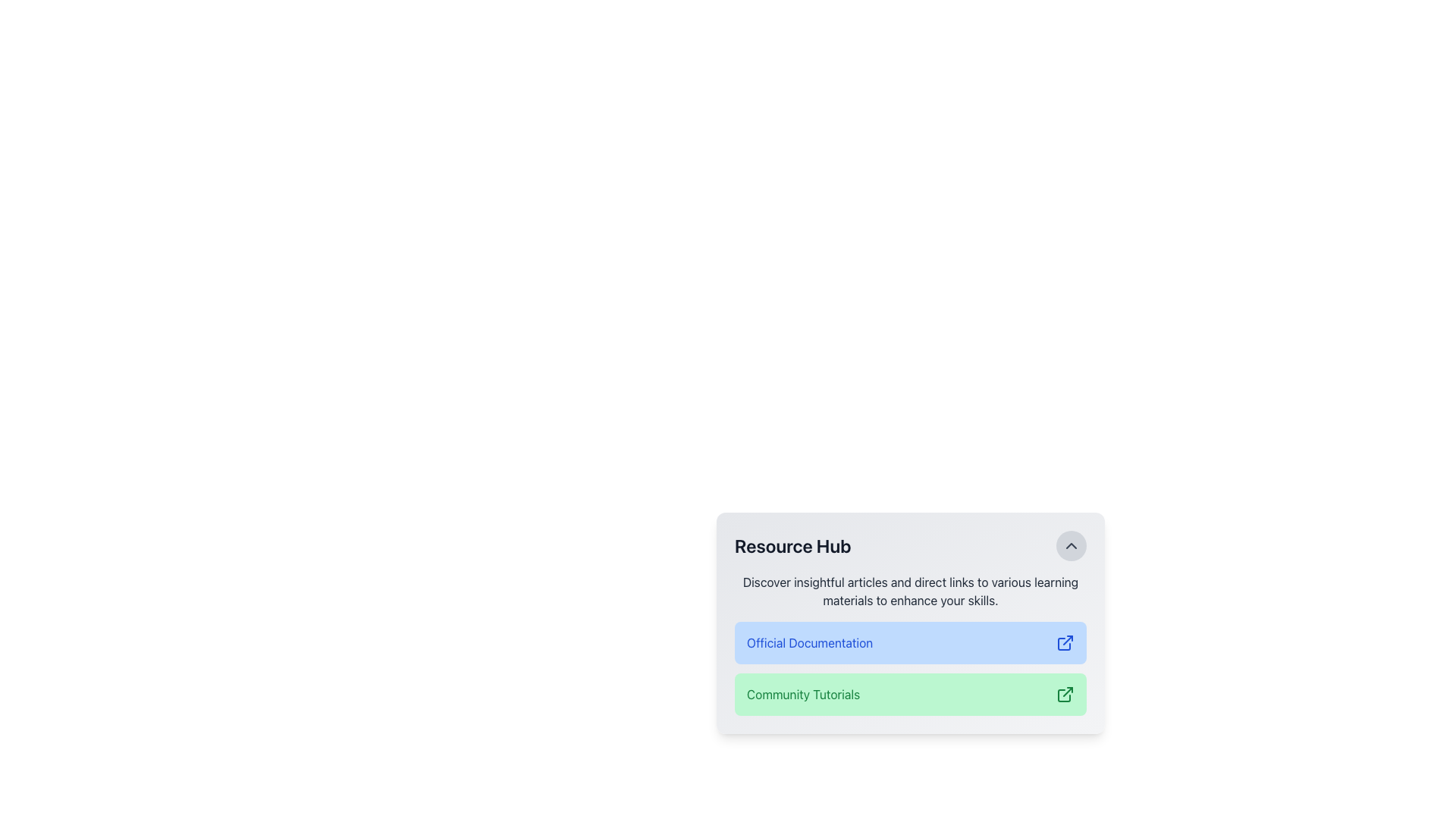 The height and width of the screenshot is (819, 1456). I want to click on the button for 'Official Documentation' located in the 'Resource Hub' section to visualize hover effects, so click(910, 644).